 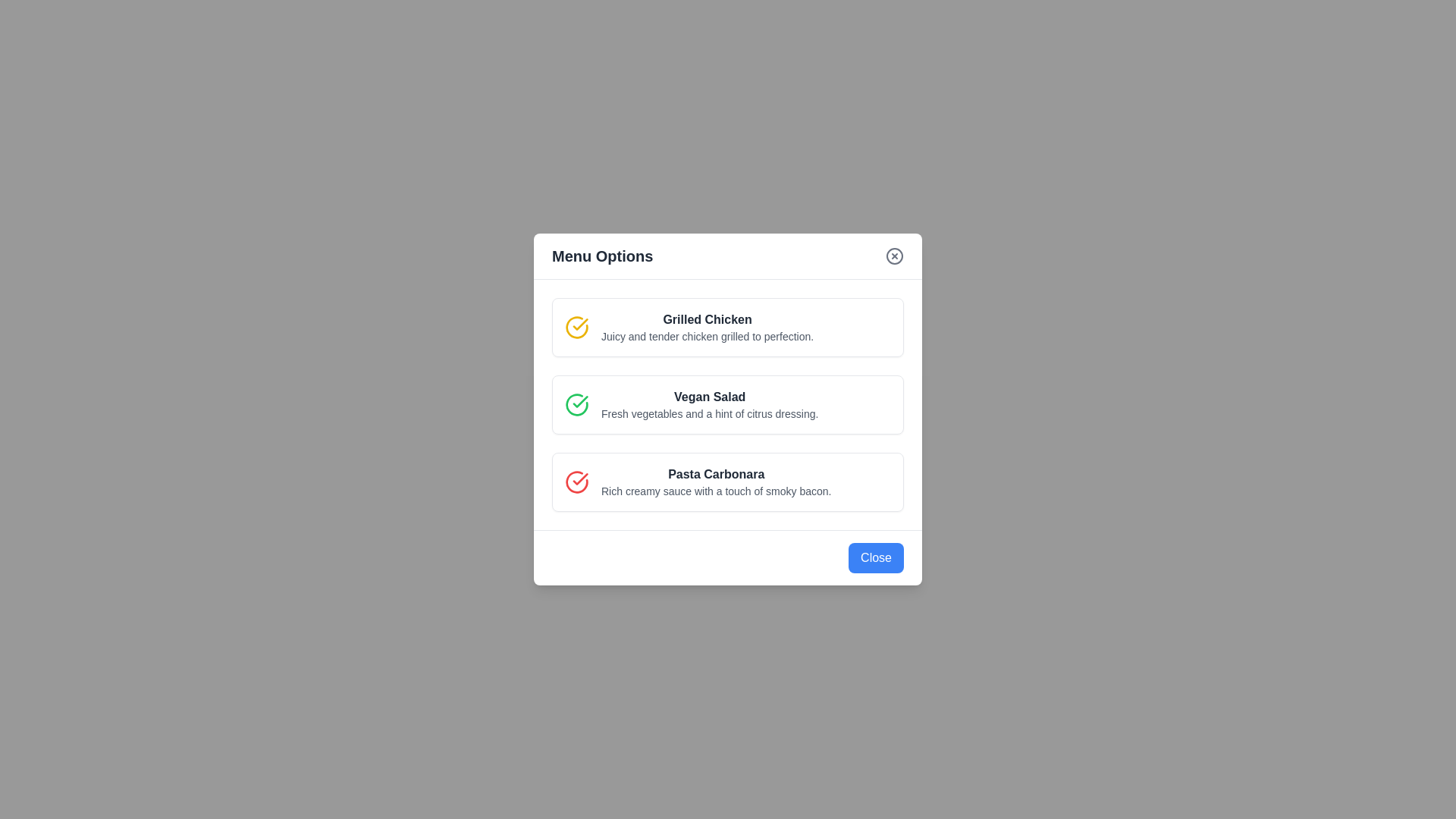 What do you see at coordinates (876, 558) in the screenshot?
I see `the close button to dismiss the dialog` at bounding box center [876, 558].